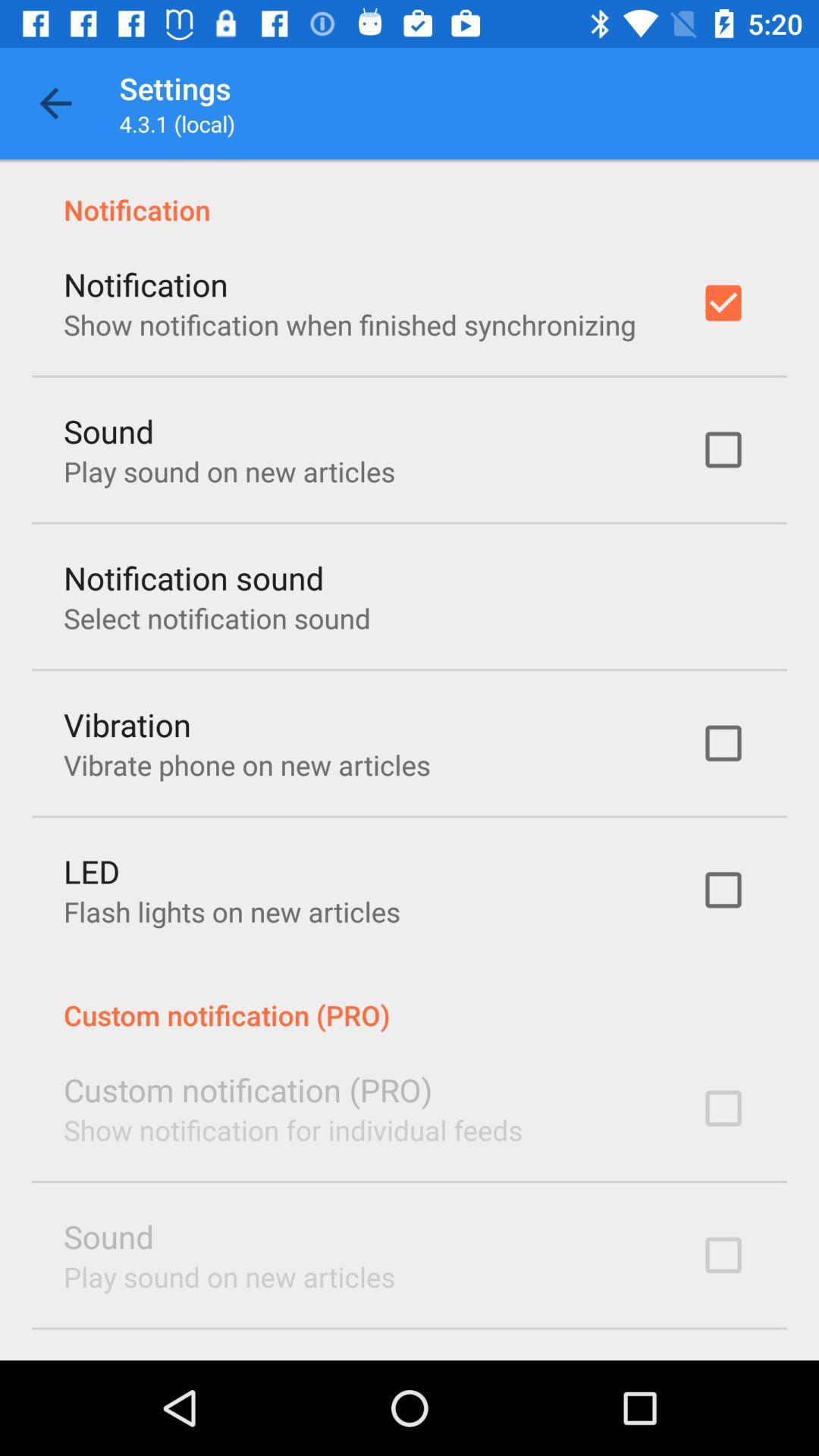  What do you see at coordinates (246, 764) in the screenshot?
I see `vibrate phone on` at bounding box center [246, 764].